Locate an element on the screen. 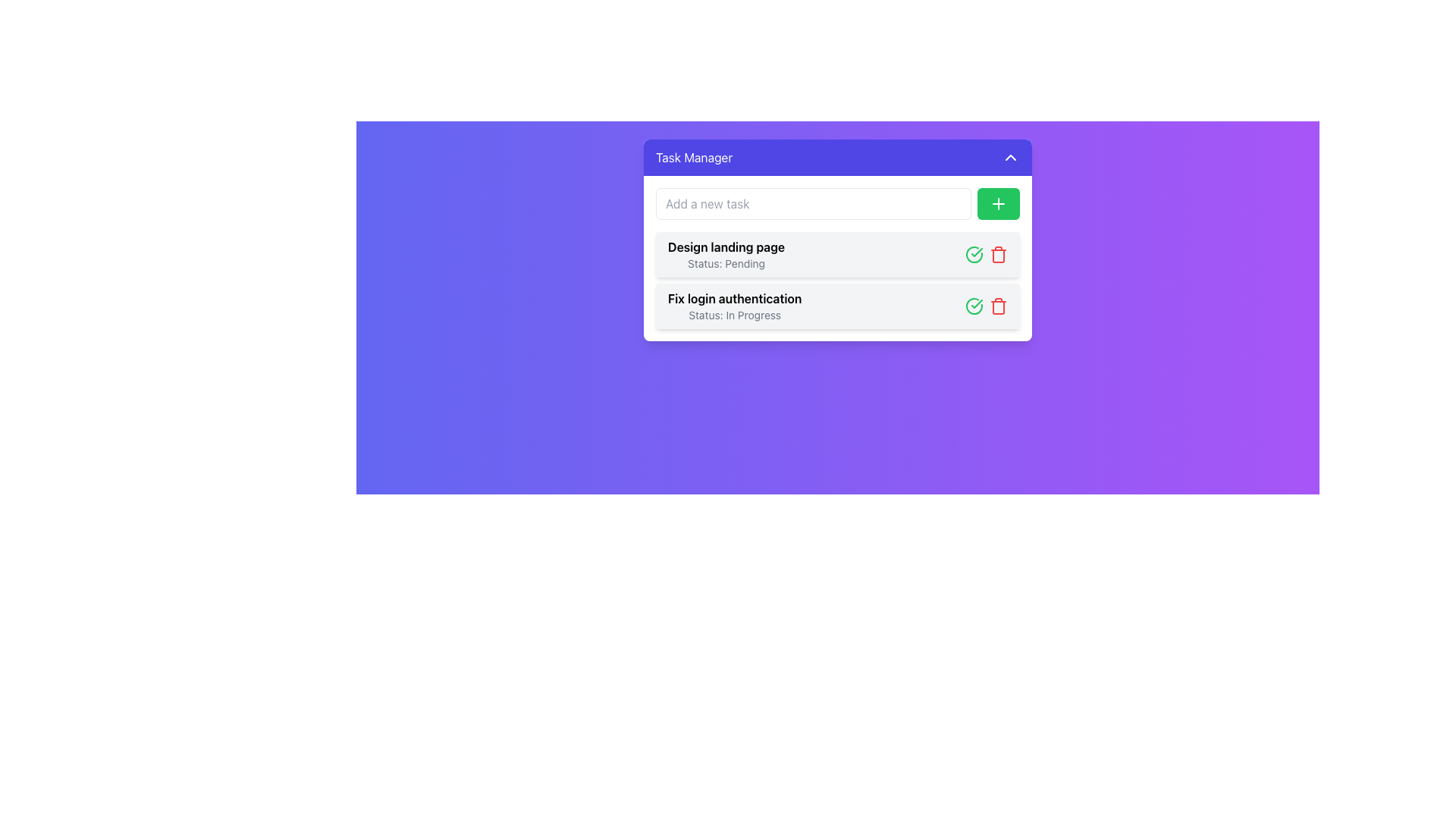 Image resolution: width=1456 pixels, height=819 pixels. text content of the text label that displays 'Status: In Progress' located on the second task card below the title 'Fix login authentication' is located at coordinates (735, 315).